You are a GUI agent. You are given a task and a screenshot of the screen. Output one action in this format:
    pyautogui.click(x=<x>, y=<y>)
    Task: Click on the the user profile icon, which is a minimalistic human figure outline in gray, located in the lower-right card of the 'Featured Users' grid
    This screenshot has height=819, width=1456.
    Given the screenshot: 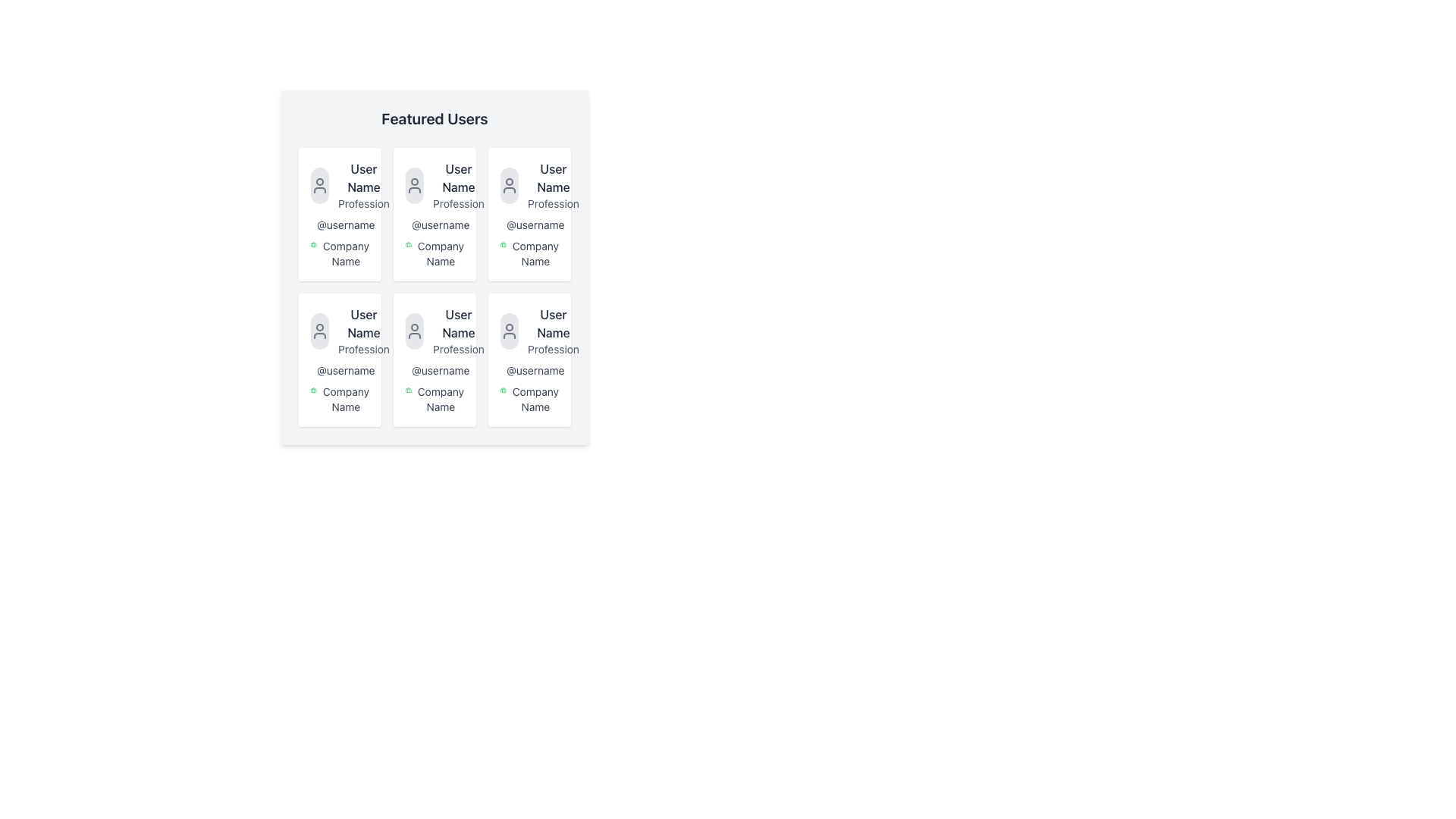 What is the action you would take?
    pyautogui.click(x=510, y=330)
    